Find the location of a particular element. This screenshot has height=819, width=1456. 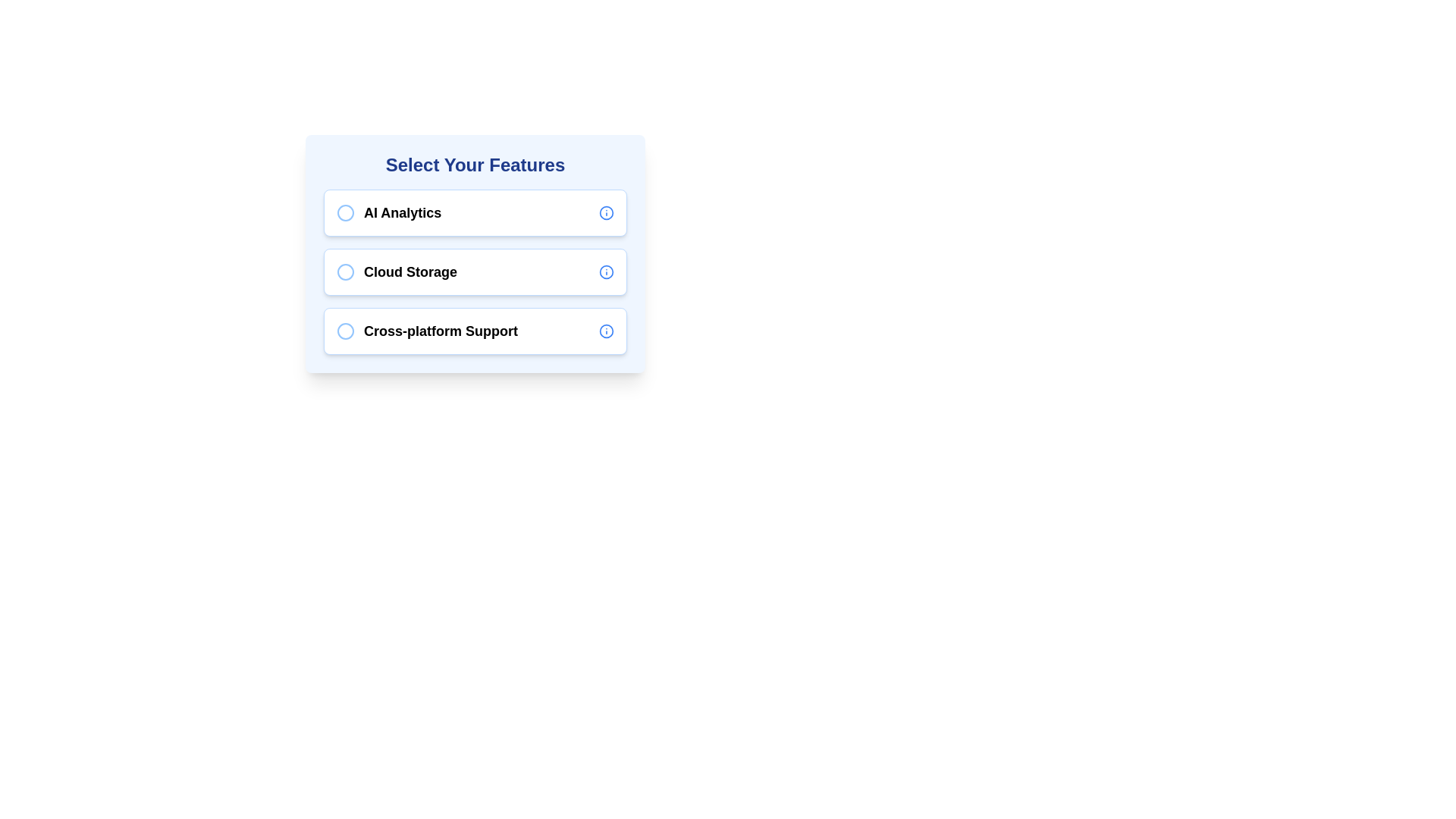

the text label 'Cross-platform Support', which is styled in a bold sans-serif font and positioned adjacent to a radio button is located at coordinates (426, 330).